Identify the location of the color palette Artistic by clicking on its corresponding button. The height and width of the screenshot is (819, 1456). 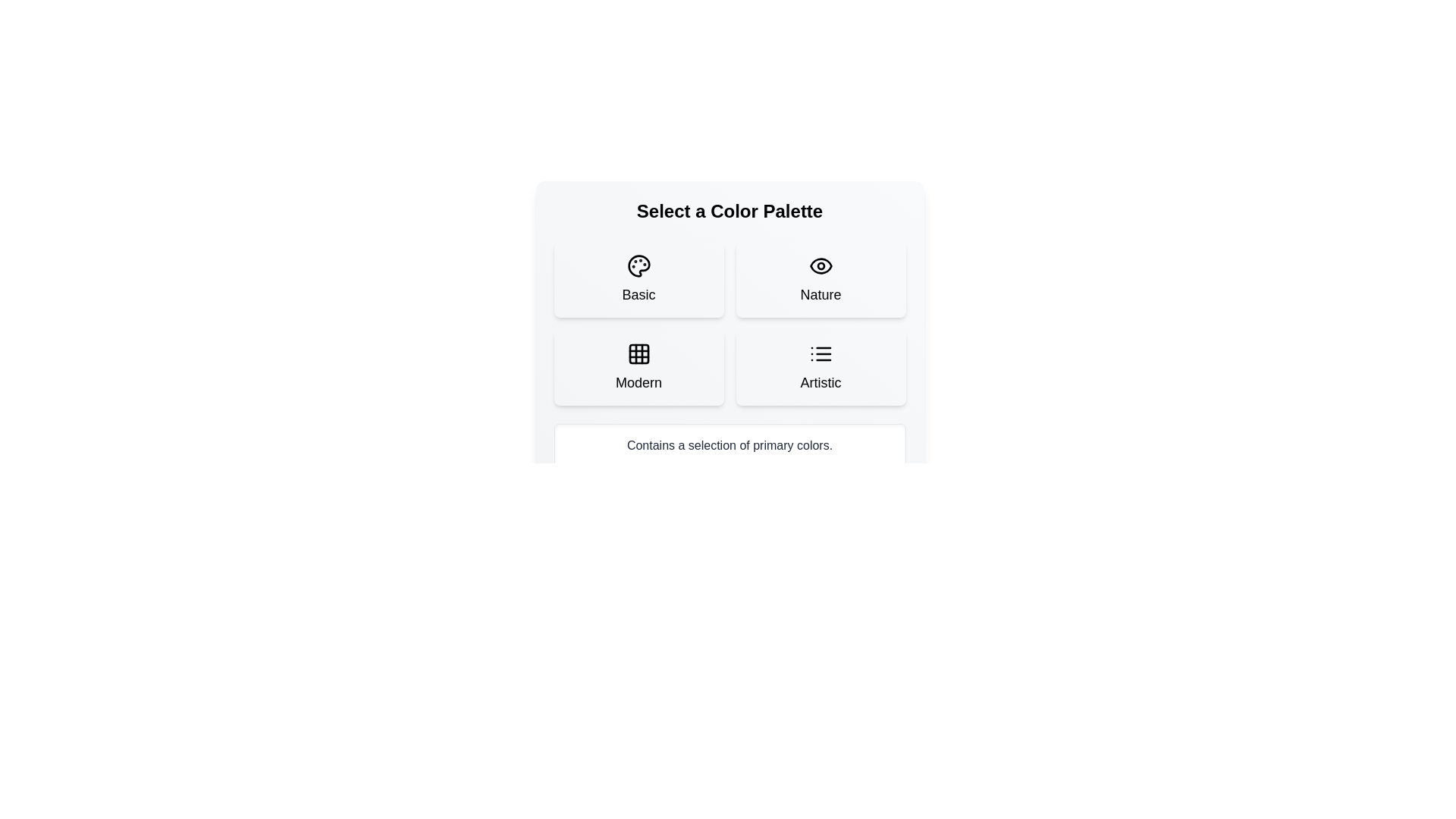
(820, 368).